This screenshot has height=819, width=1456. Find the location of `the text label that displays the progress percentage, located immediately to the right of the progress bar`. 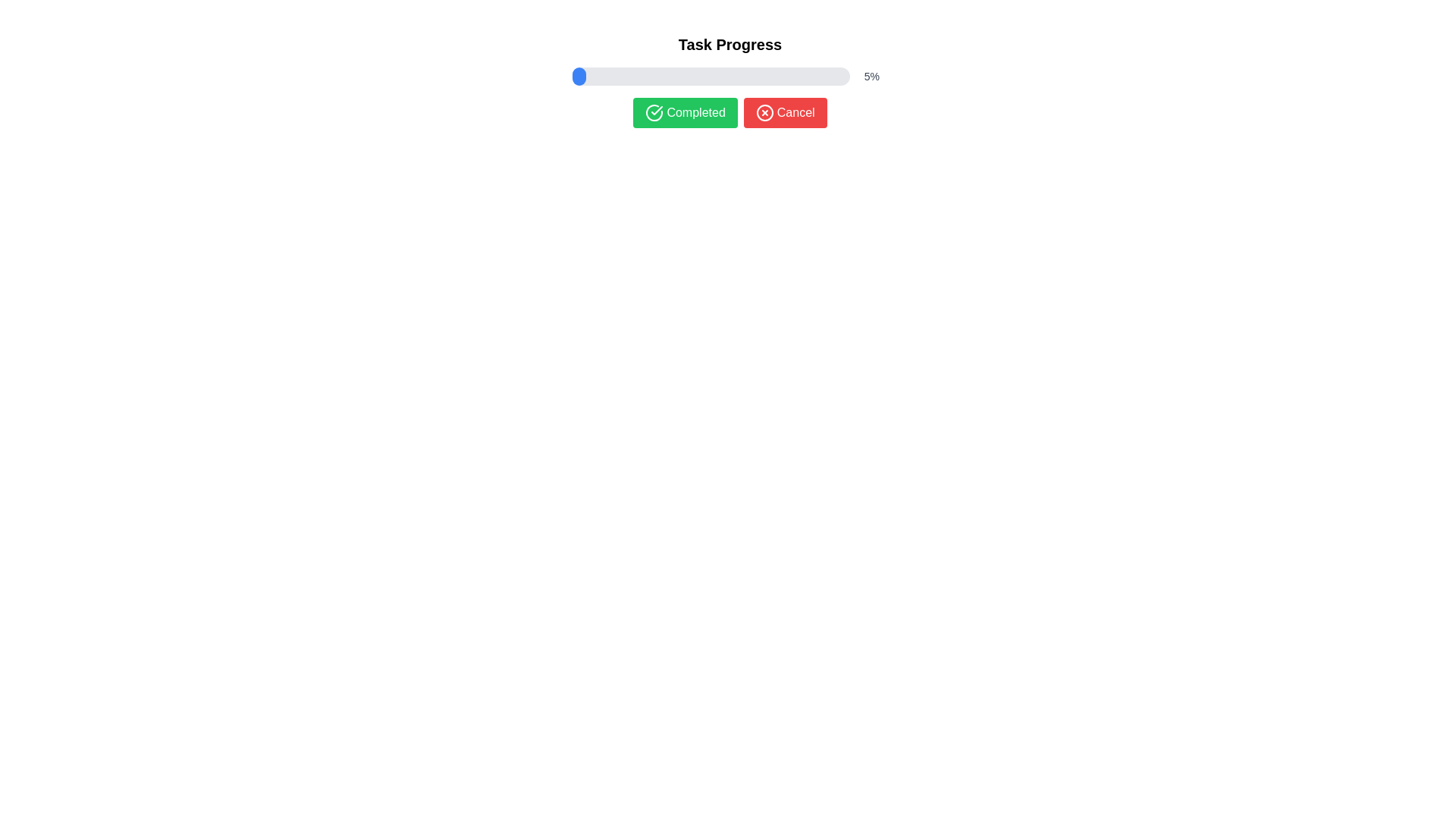

the text label that displays the progress percentage, located immediately to the right of the progress bar is located at coordinates (871, 76).